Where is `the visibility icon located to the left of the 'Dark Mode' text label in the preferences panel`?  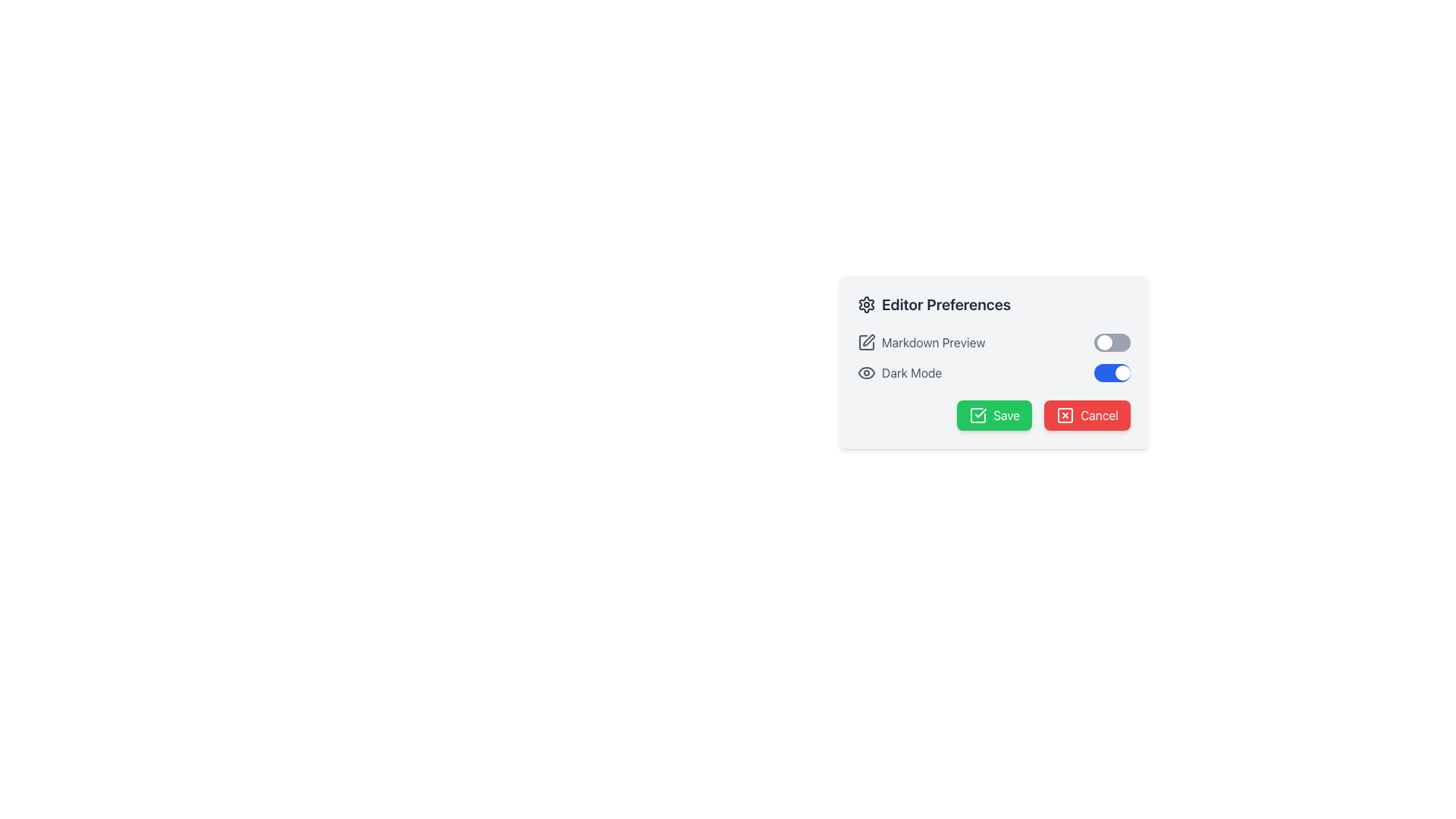
the visibility icon located to the left of the 'Dark Mode' text label in the preferences panel is located at coordinates (866, 373).